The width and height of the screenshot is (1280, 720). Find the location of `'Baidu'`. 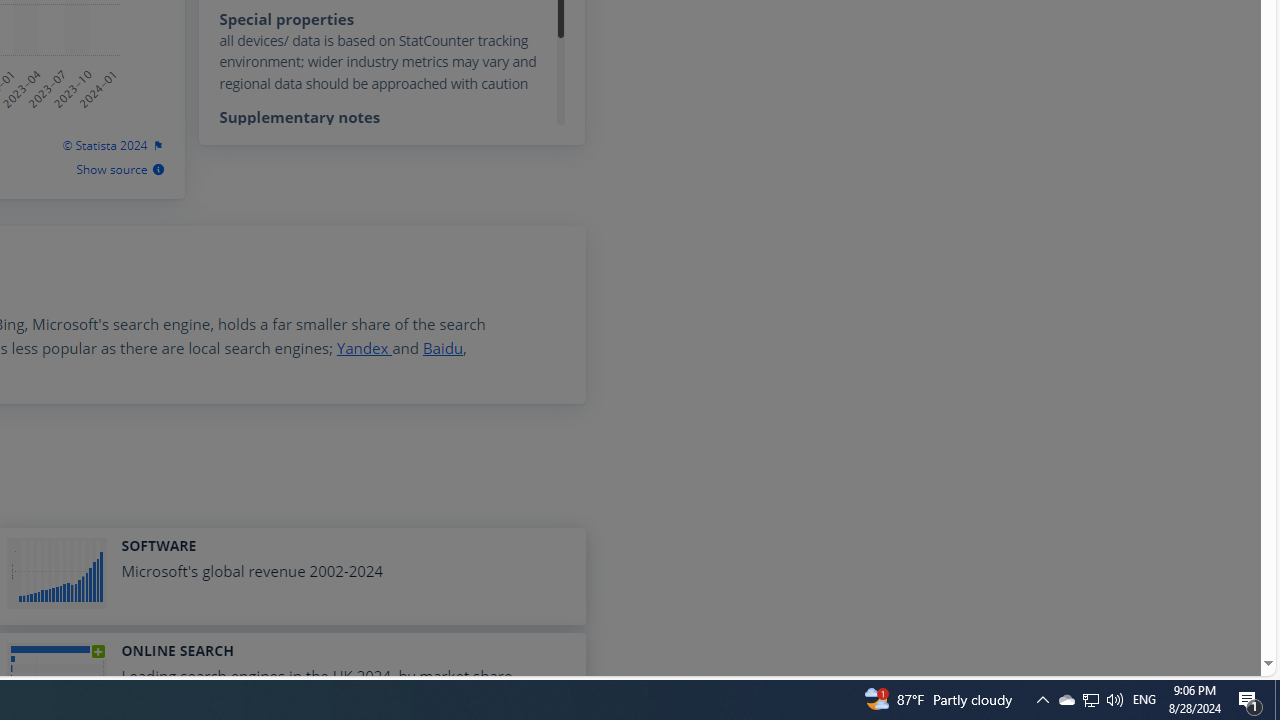

'Baidu' is located at coordinates (441, 347).